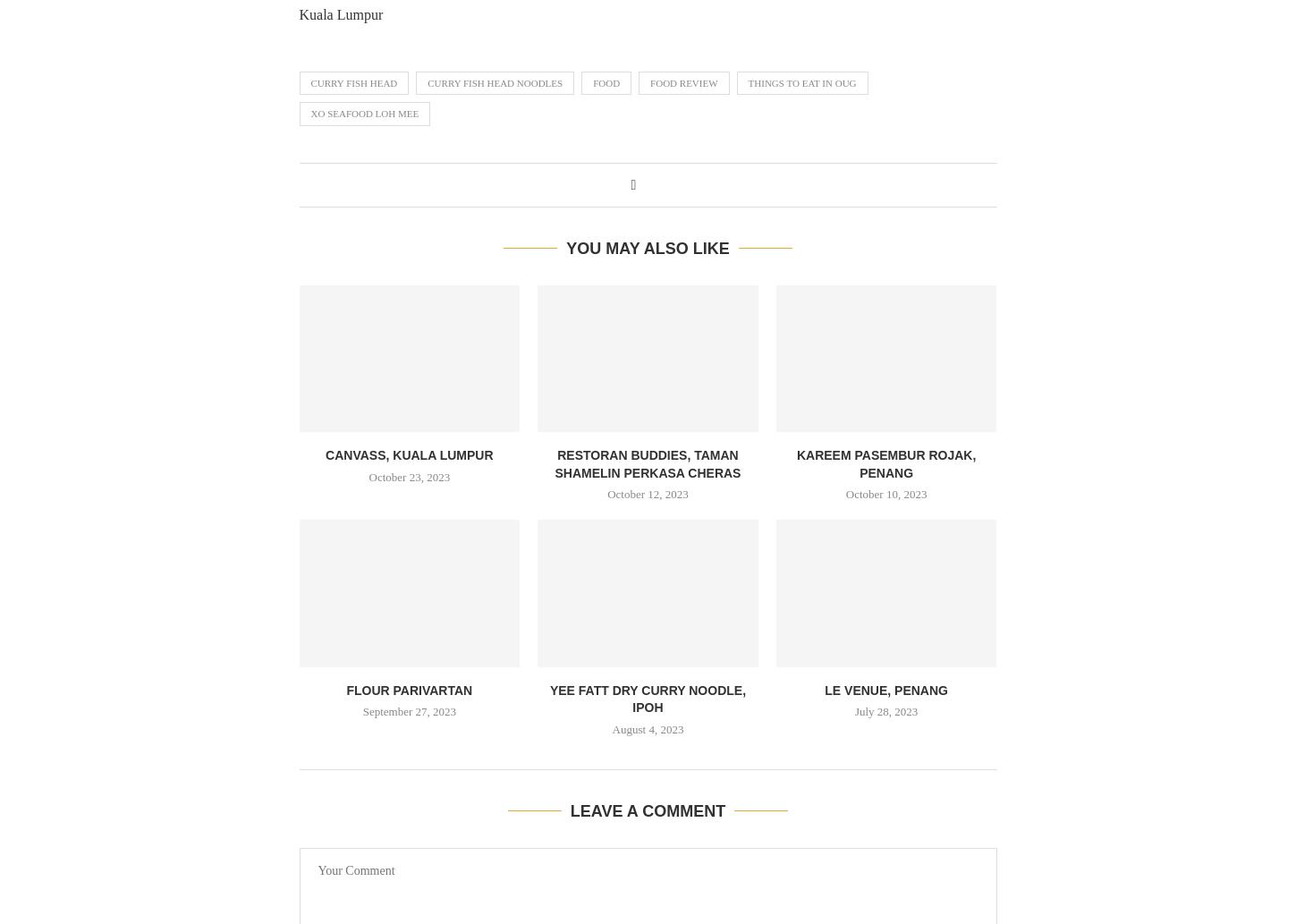 The image size is (1296, 924). What do you see at coordinates (648, 82) in the screenshot?
I see `'Food Review'` at bounding box center [648, 82].